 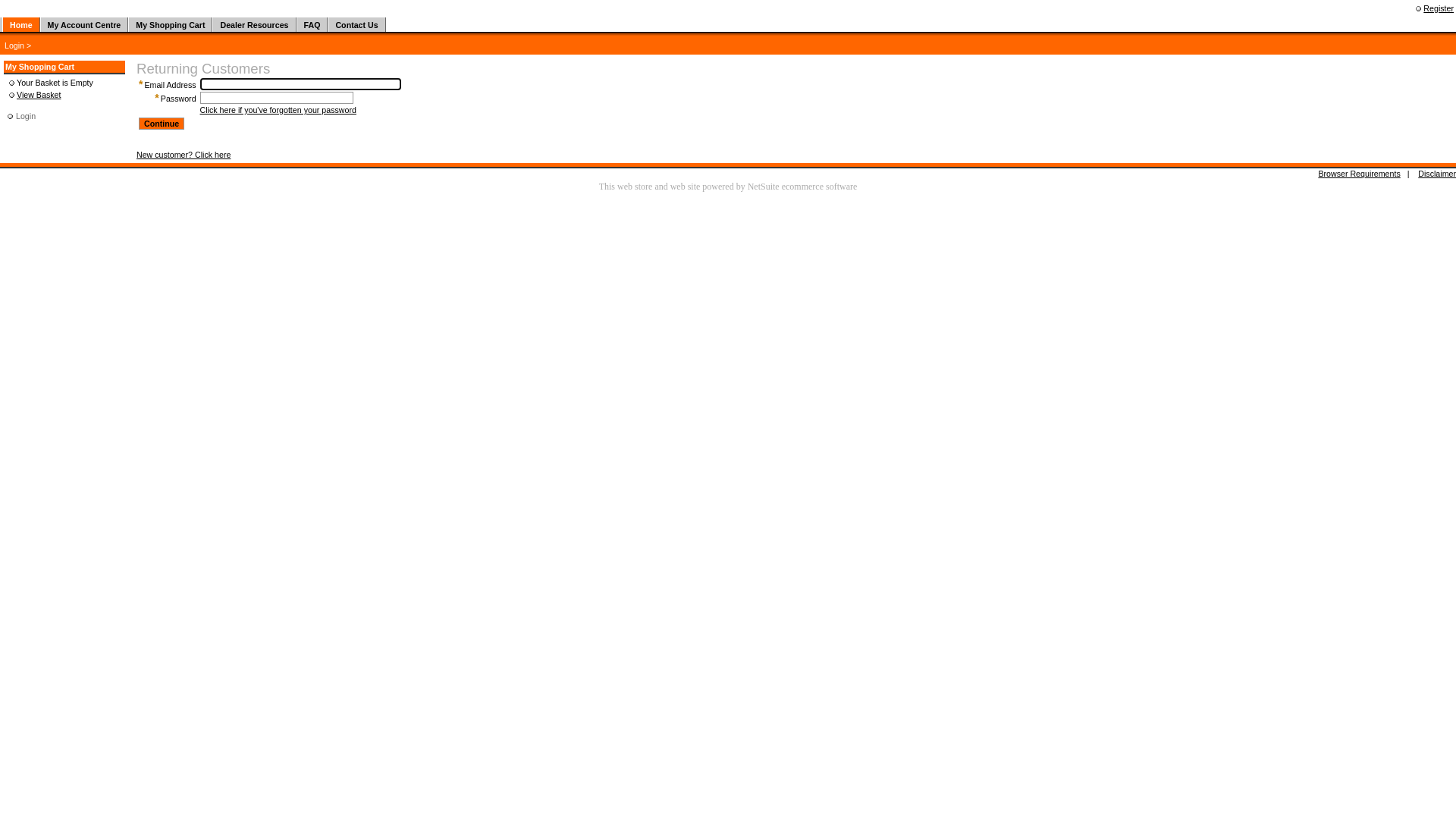 I want to click on 'Browser Requirements', so click(x=1358, y=172).